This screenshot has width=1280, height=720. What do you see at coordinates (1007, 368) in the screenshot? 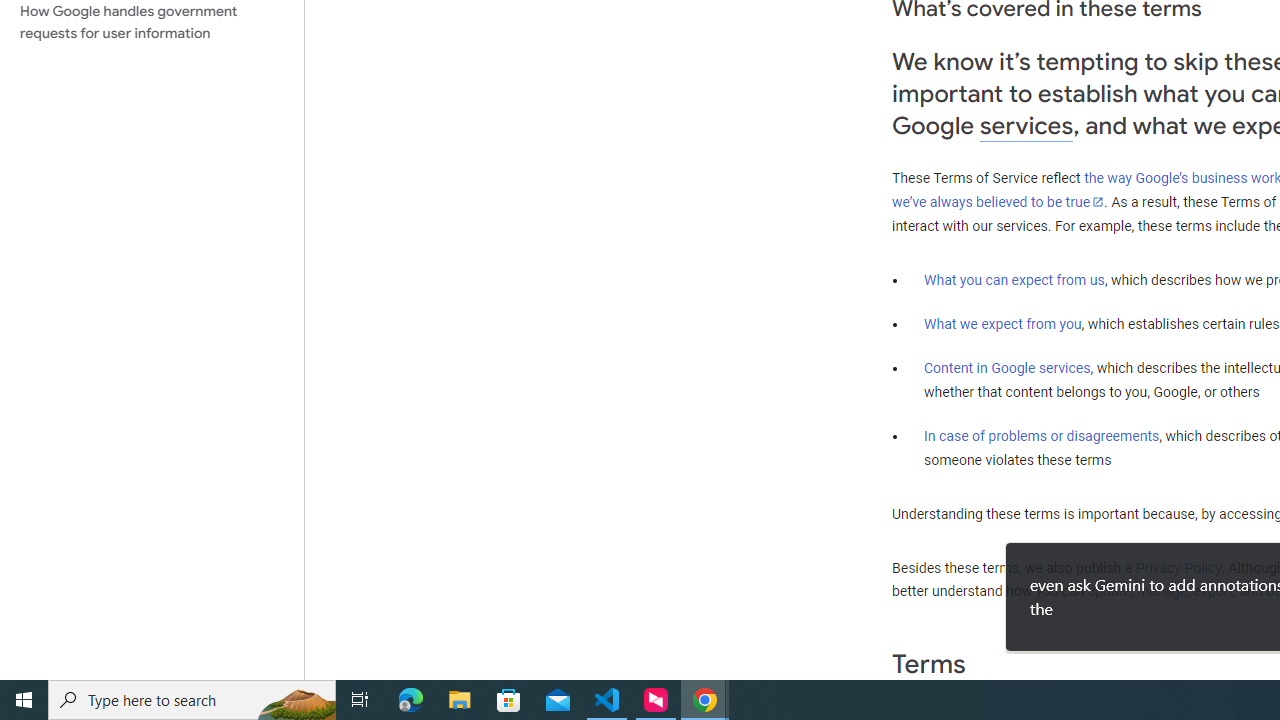
I see `'Content in Google services'` at bounding box center [1007, 368].